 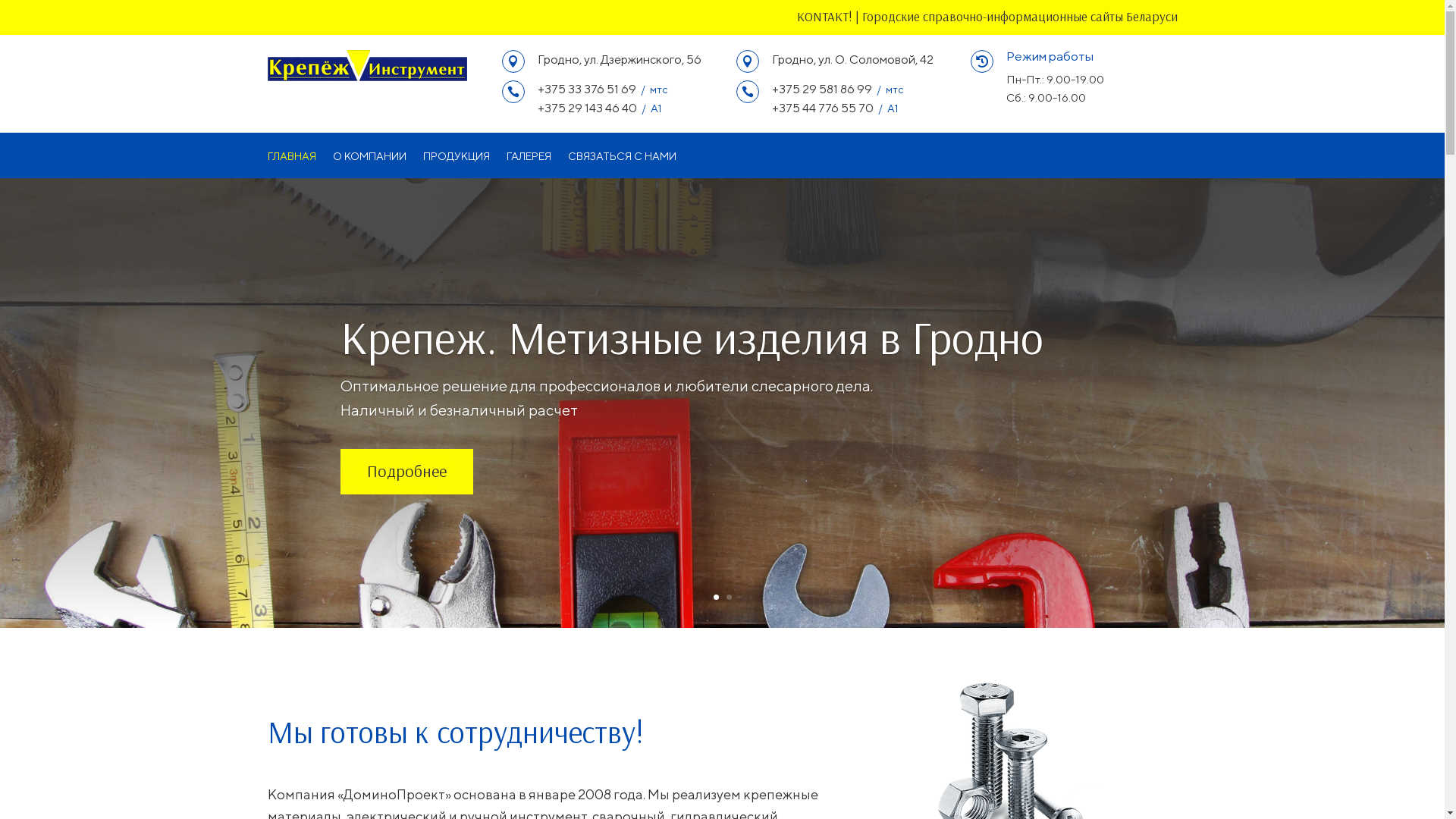 What do you see at coordinates (366, 64) in the screenshot?
I see `'logo3'` at bounding box center [366, 64].